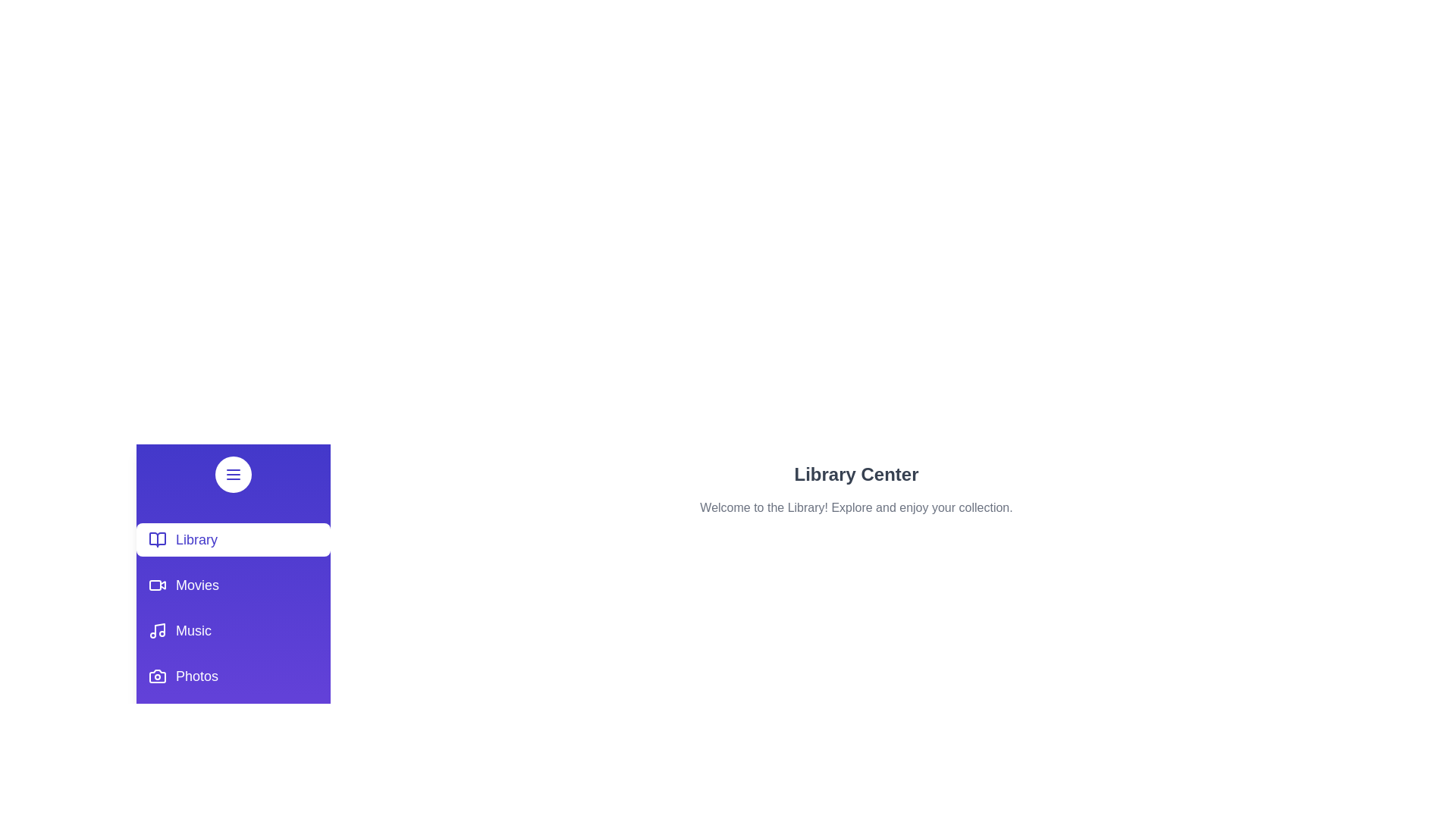 The image size is (1456, 819). Describe the element at coordinates (232, 584) in the screenshot. I see `the Movies section by clicking on its corresponding sidebar entry` at that location.